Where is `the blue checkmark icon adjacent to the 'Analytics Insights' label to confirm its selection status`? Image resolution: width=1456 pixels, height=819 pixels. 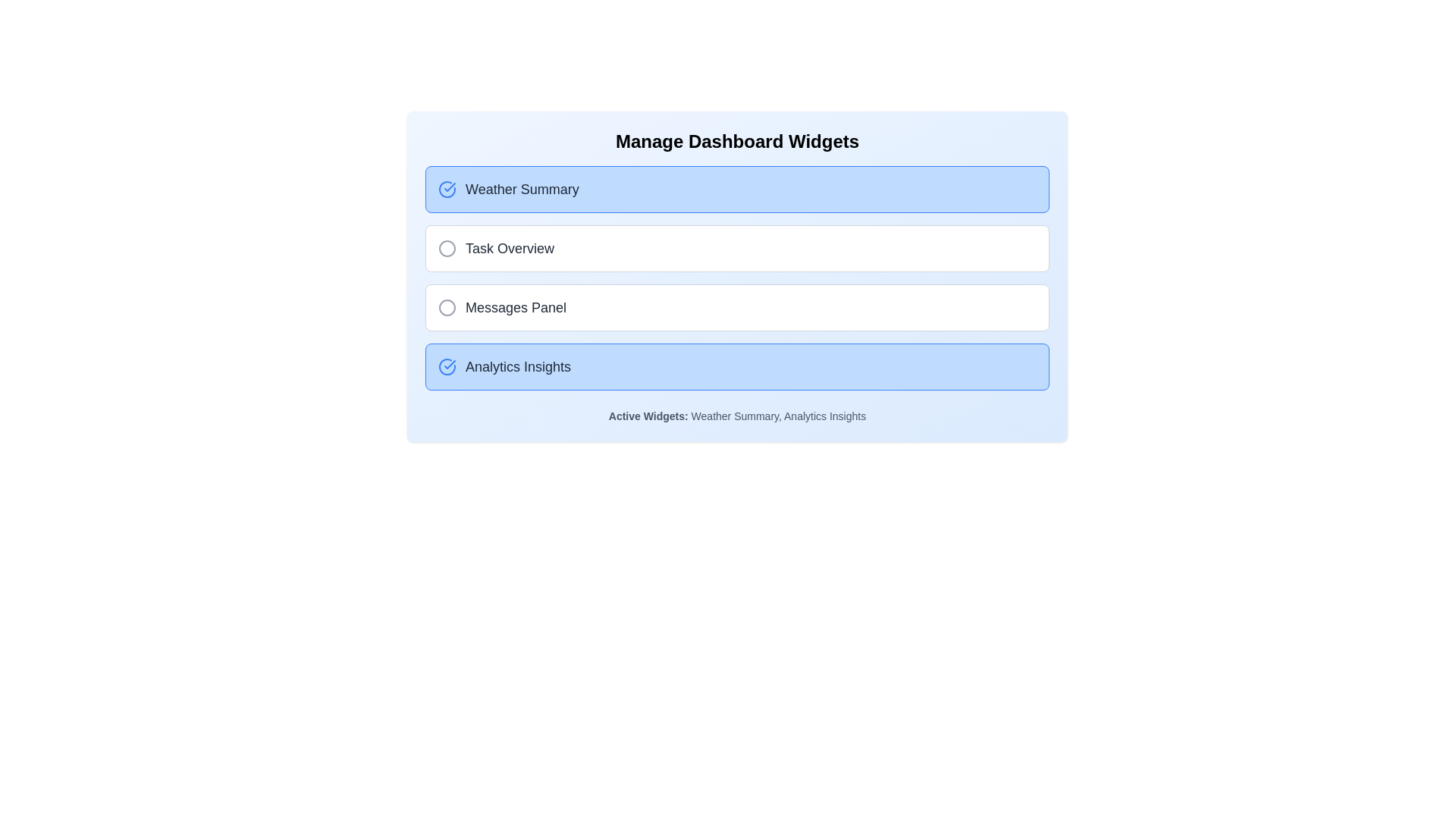 the blue checkmark icon adjacent to the 'Analytics Insights' label to confirm its selection status is located at coordinates (449, 186).